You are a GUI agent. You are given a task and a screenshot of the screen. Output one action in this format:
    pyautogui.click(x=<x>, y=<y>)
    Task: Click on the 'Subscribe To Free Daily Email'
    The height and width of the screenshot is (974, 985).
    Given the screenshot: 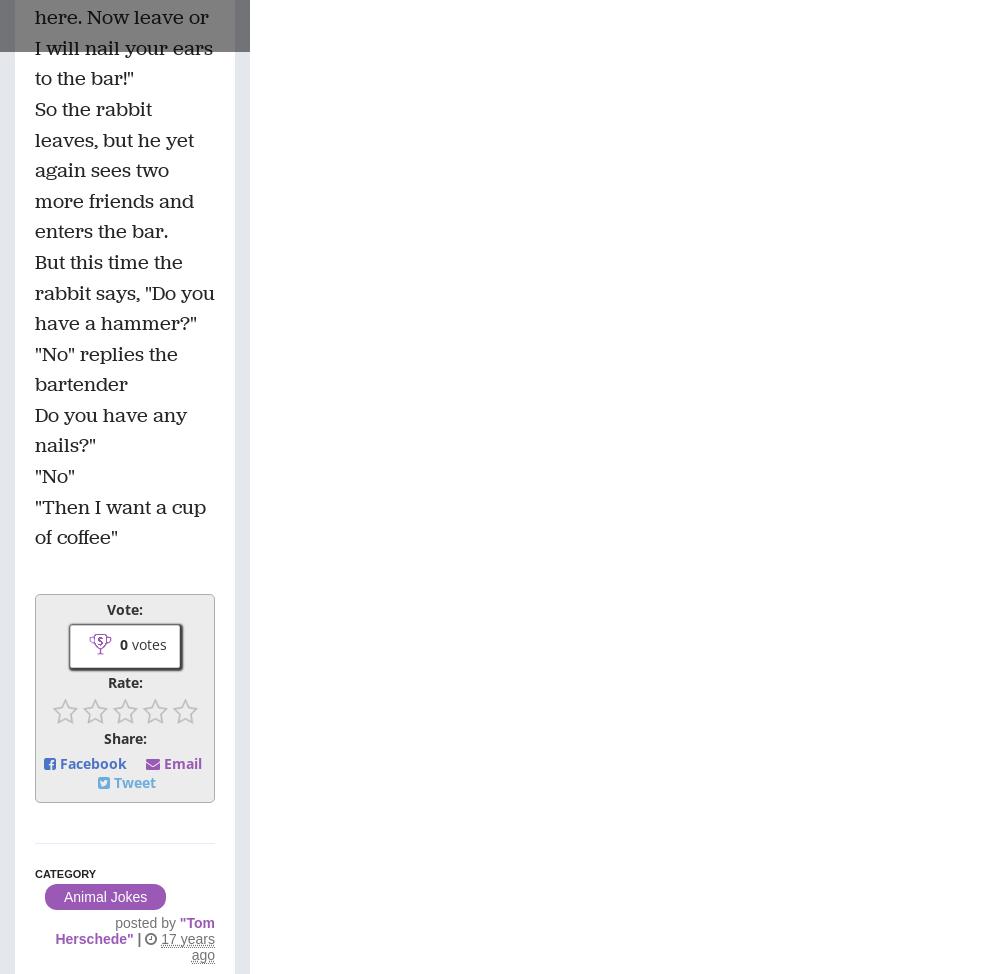 What is the action you would take?
    pyautogui.click(x=170, y=264)
    